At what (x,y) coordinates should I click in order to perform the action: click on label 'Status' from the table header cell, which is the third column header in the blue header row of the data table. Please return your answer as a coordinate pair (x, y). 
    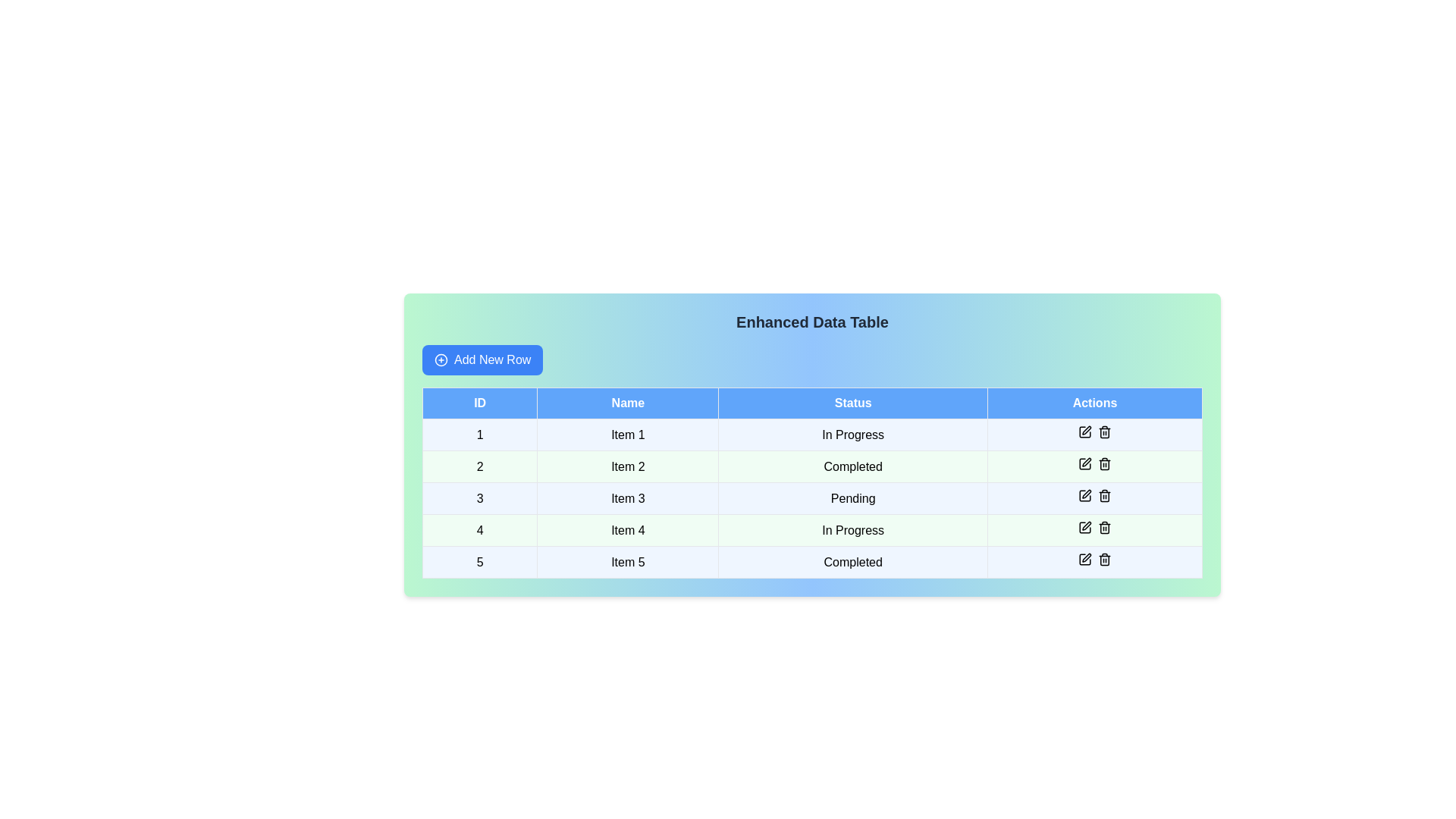
    Looking at the image, I should click on (853, 403).